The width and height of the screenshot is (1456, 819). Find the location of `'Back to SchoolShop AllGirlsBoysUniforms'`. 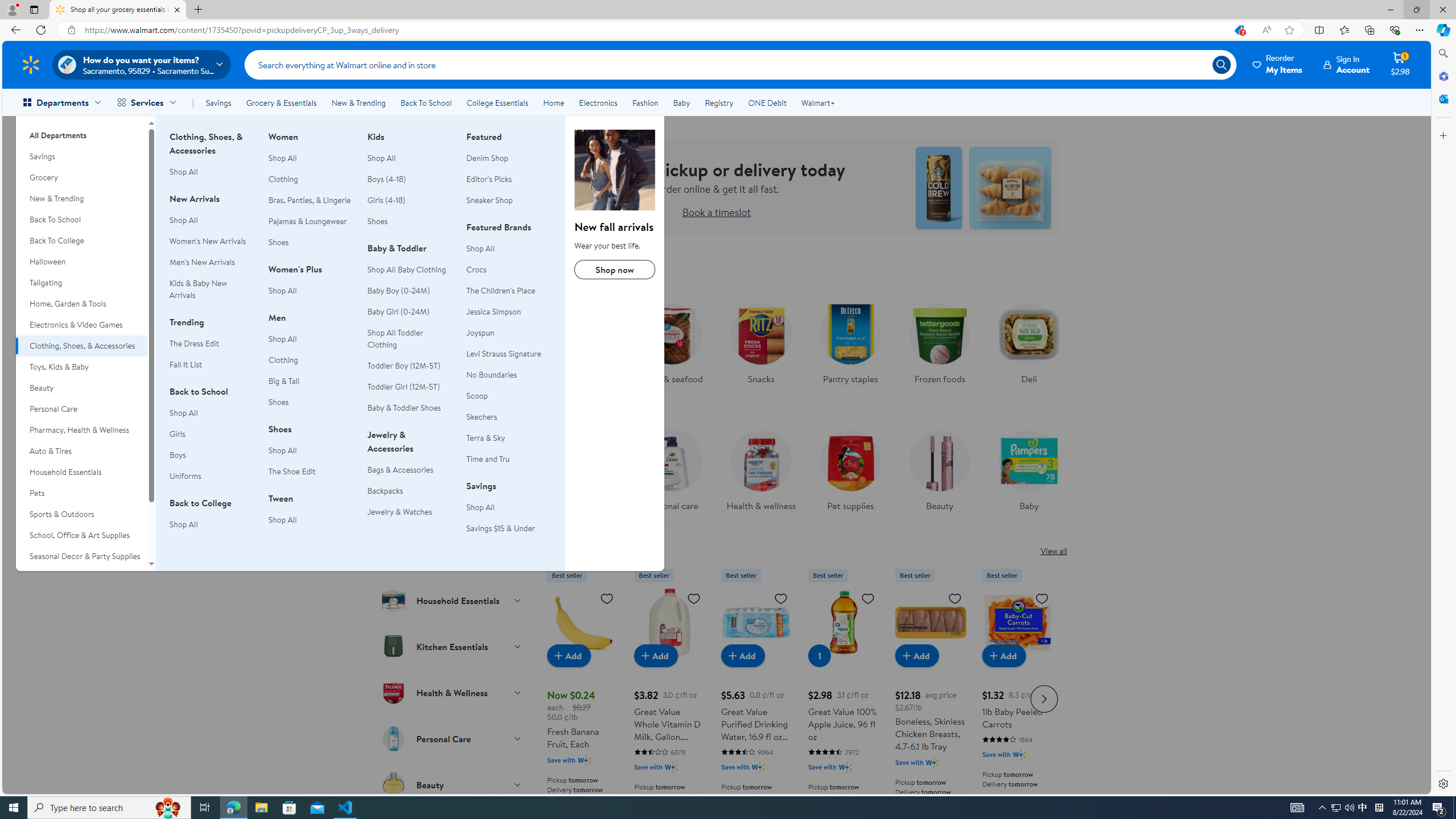

'Back to SchoolShop AllGirlsBoysUniforms' is located at coordinates (211, 440).